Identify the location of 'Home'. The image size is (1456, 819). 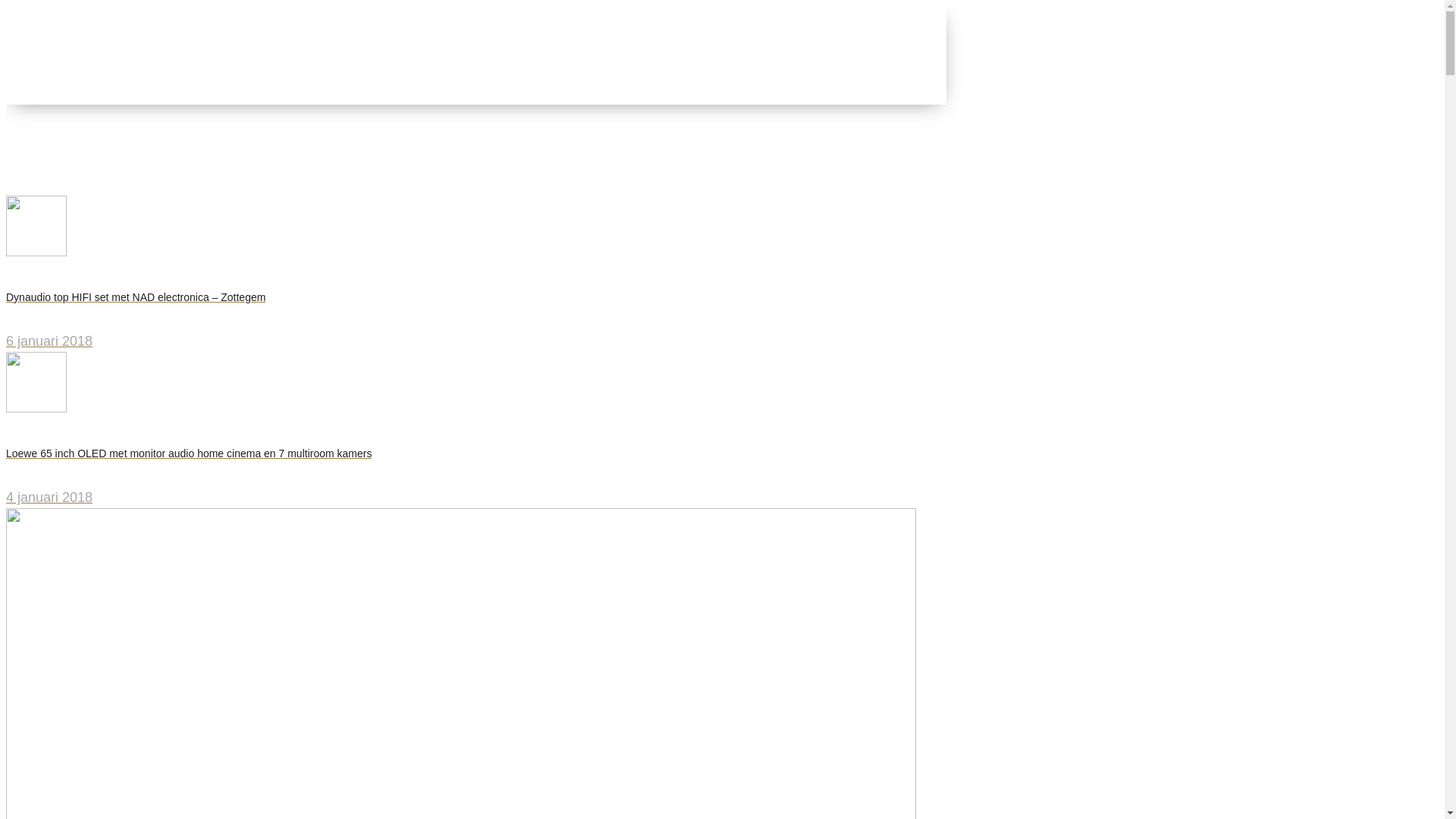
(55, 151).